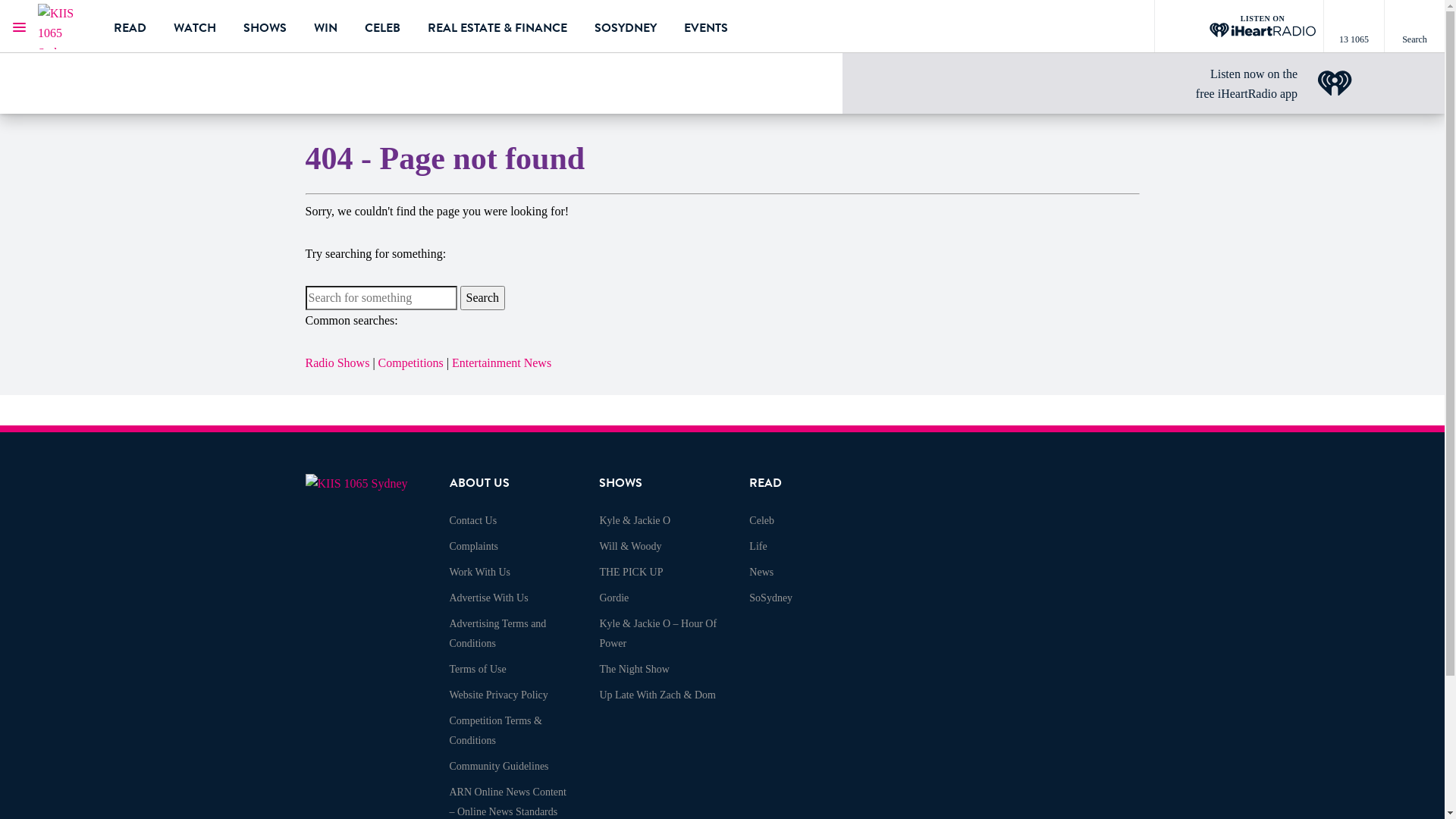 The image size is (1456, 819). What do you see at coordinates (481, 298) in the screenshot?
I see `'Search'` at bounding box center [481, 298].